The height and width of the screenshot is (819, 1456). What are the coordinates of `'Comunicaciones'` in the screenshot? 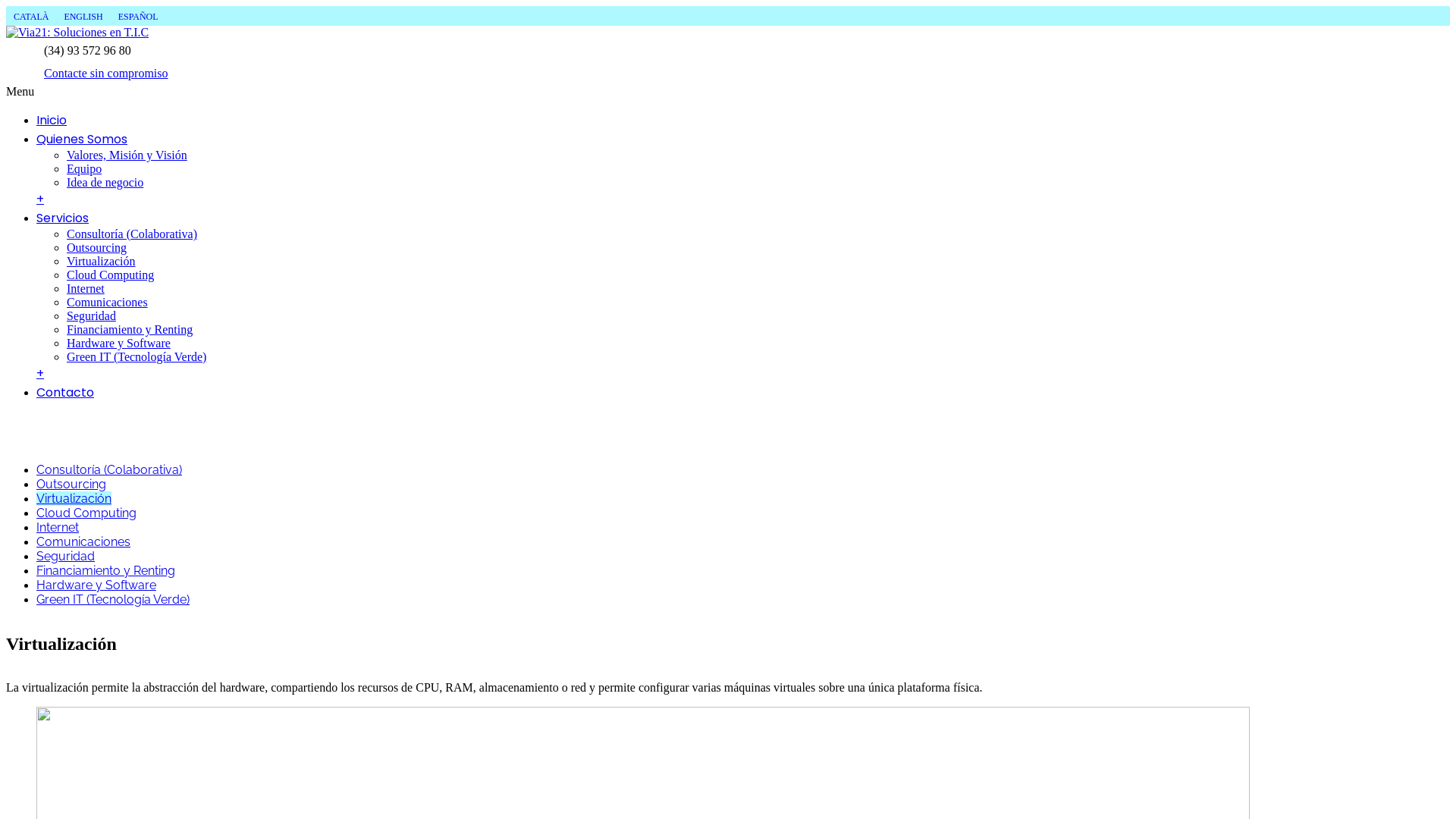 It's located at (106, 302).